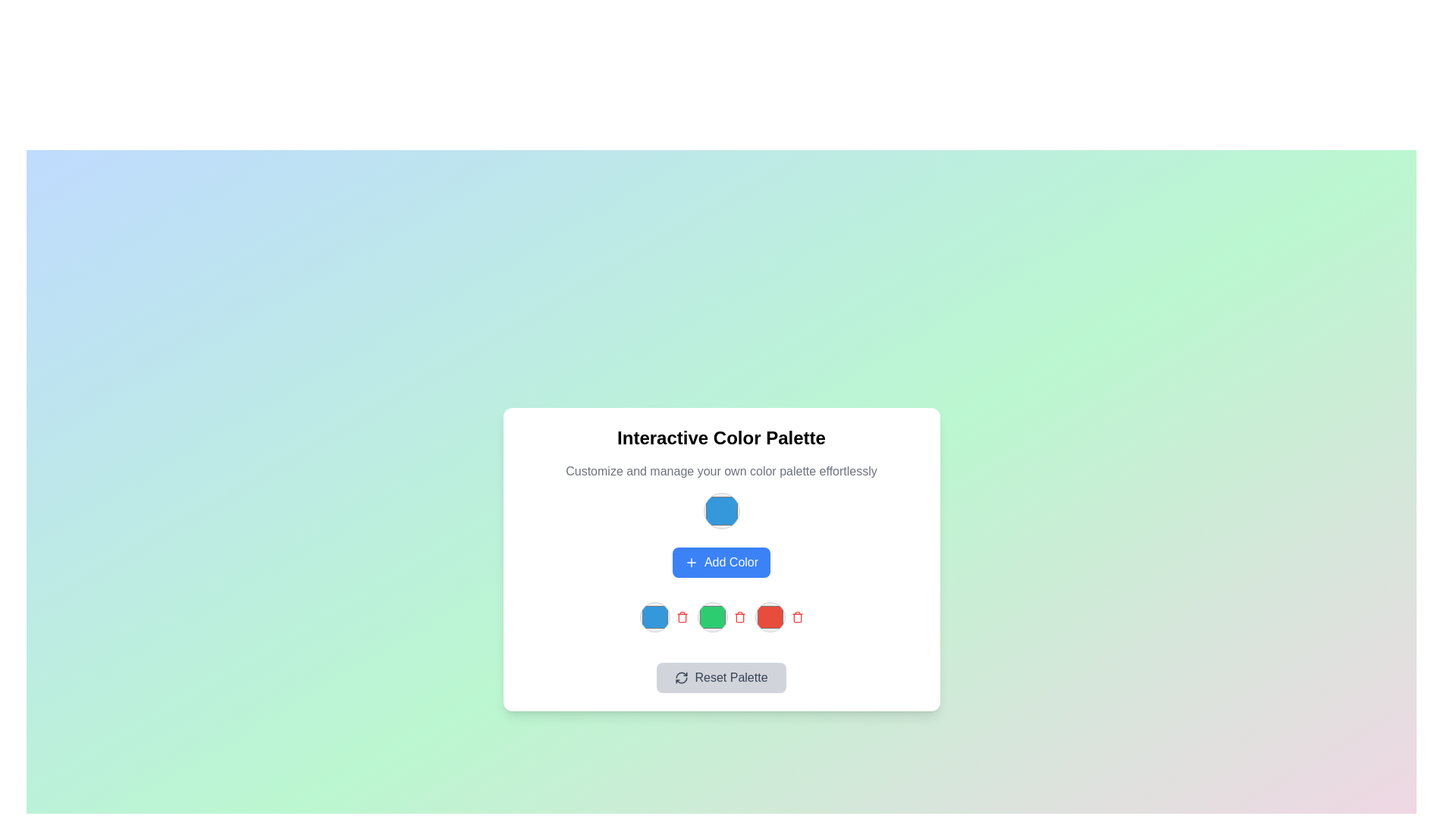  I want to click on the colors in the interactive color palette located beneath the 'Interactive Color Palette' title and above the reset button, so click(720, 559).